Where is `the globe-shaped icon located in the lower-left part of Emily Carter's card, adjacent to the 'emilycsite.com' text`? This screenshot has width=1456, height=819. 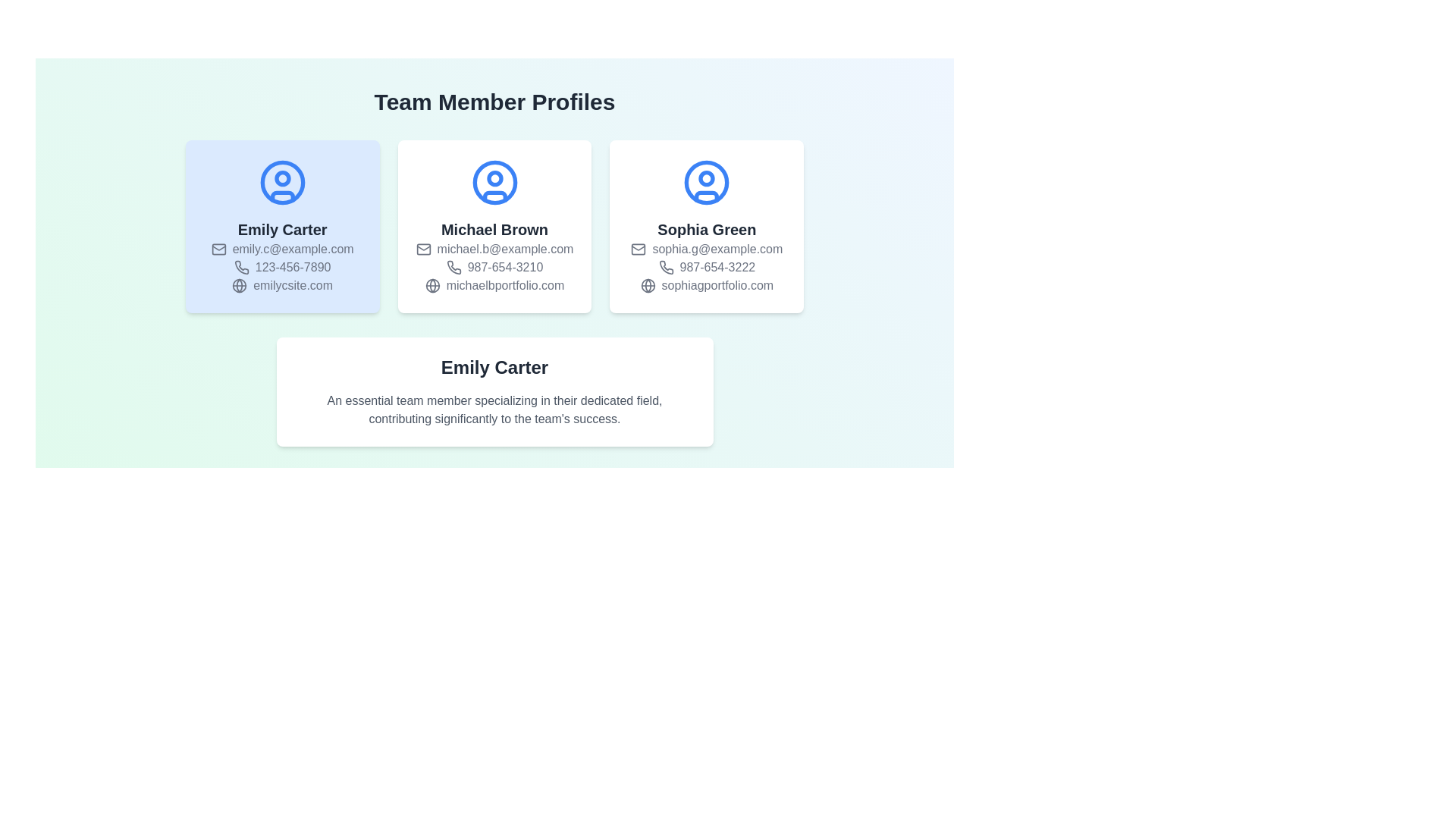
the globe-shaped icon located in the lower-left part of Emily Carter's card, adjacent to the 'emilycsite.com' text is located at coordinates (239, 286).